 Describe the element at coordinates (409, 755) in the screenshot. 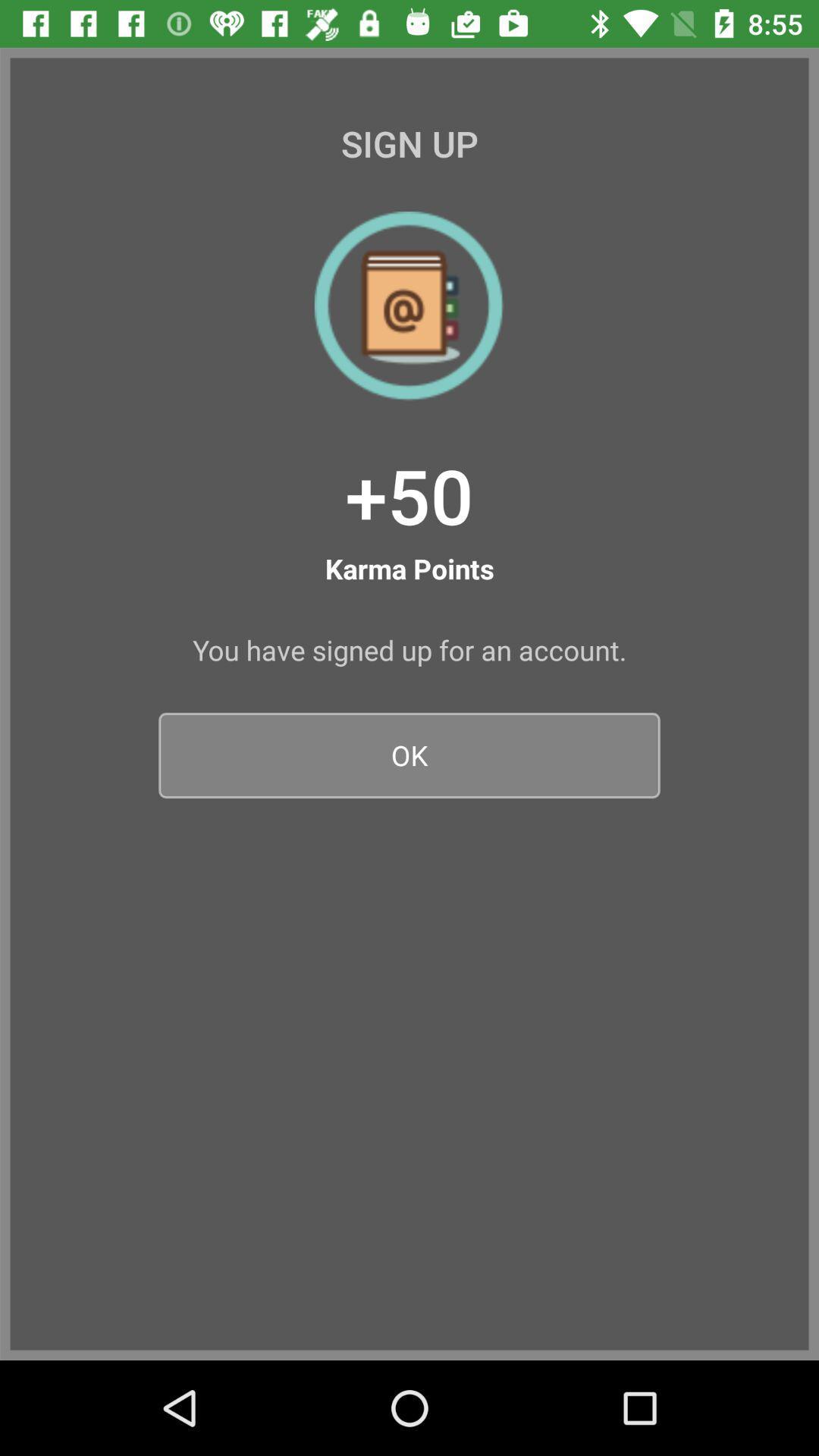

I see `ok icon` at that location.